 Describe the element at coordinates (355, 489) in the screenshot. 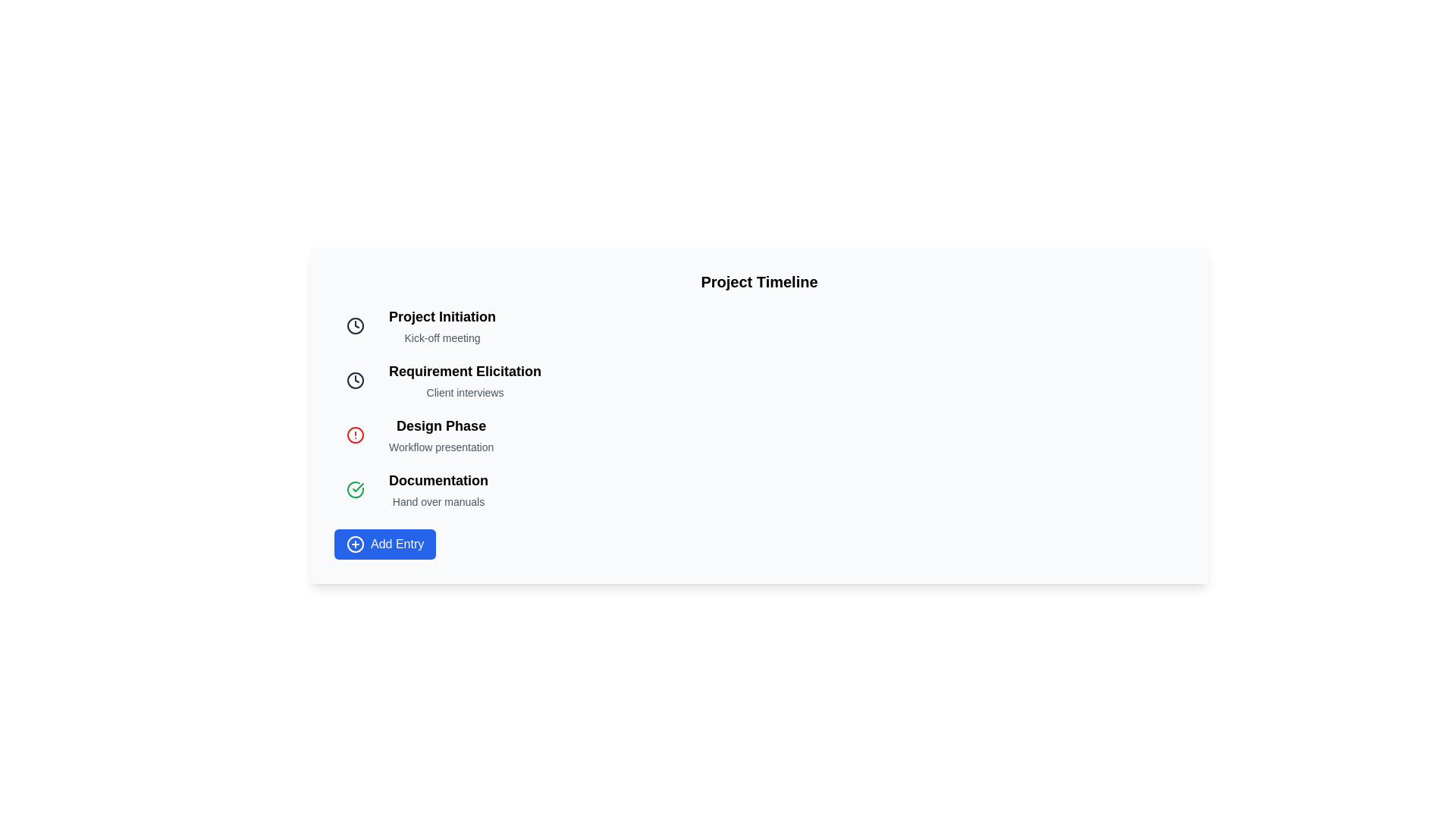

I see `the checkmark icon with a circular border and green hue, which signifies completion, located in the 'Documentation' timeline entry` at that location.